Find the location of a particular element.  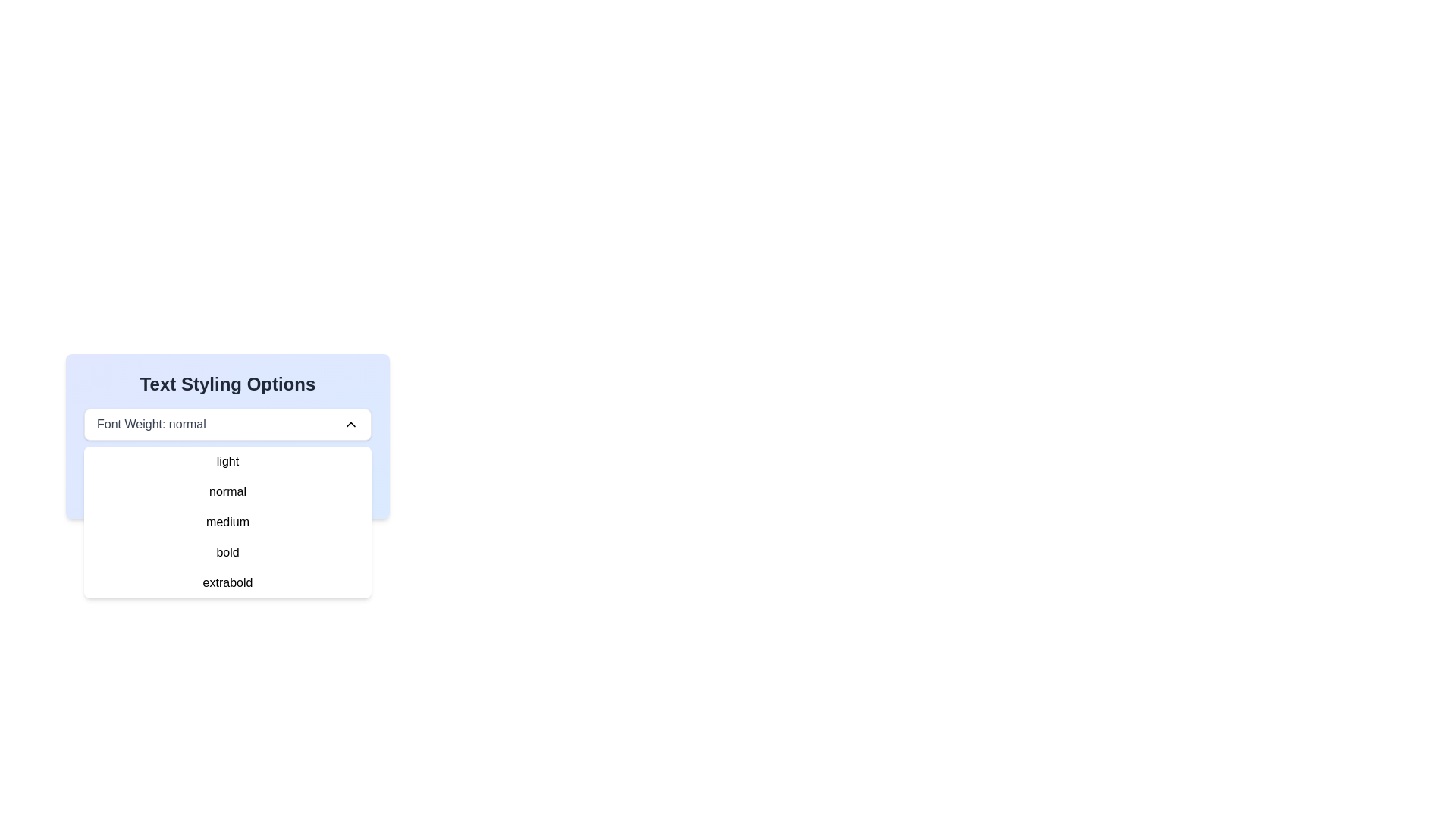

the dropdown menu labeled 'Font Weight: normal' for keyboard interactions is located at coordinates (227, 424).